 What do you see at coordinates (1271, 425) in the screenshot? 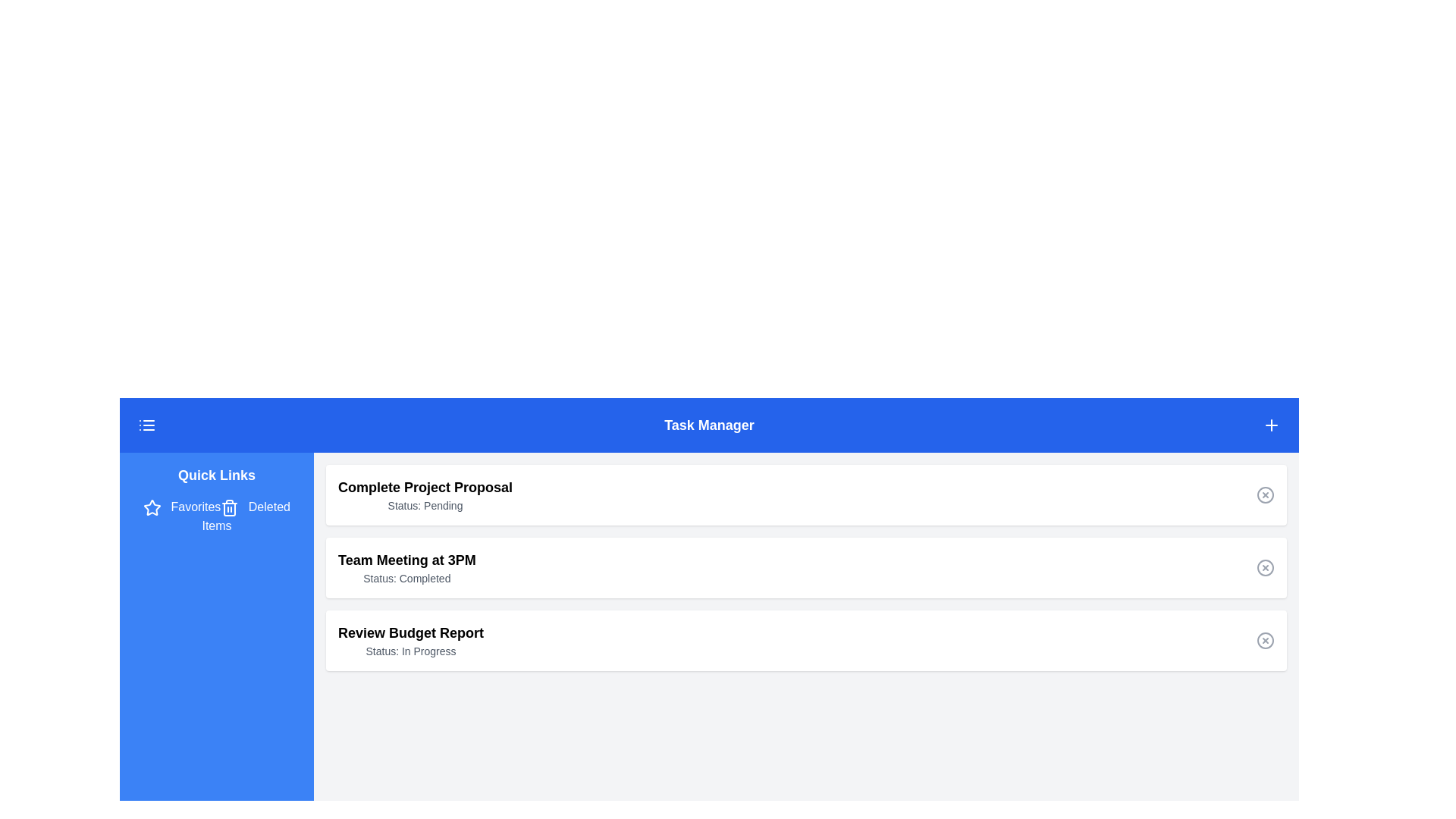
I see `the plus icon button on the far-right side of the top blue header bar titled 'Task Manager' to potentially reveal additional information or a tooltip` at bounding box center [1271, 425].